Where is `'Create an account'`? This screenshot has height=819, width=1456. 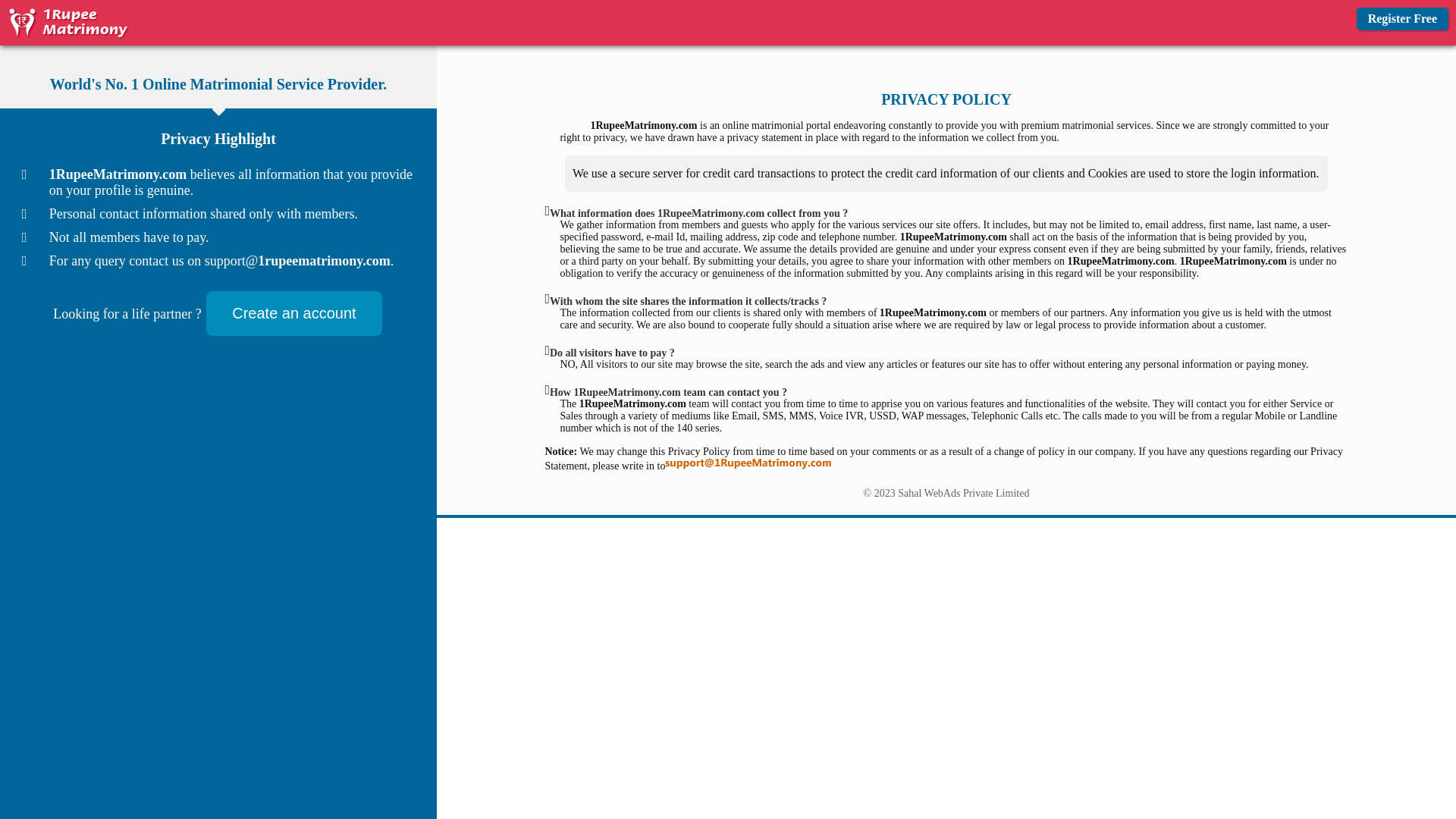
'Create an account' is located at coordinates (293, 312).